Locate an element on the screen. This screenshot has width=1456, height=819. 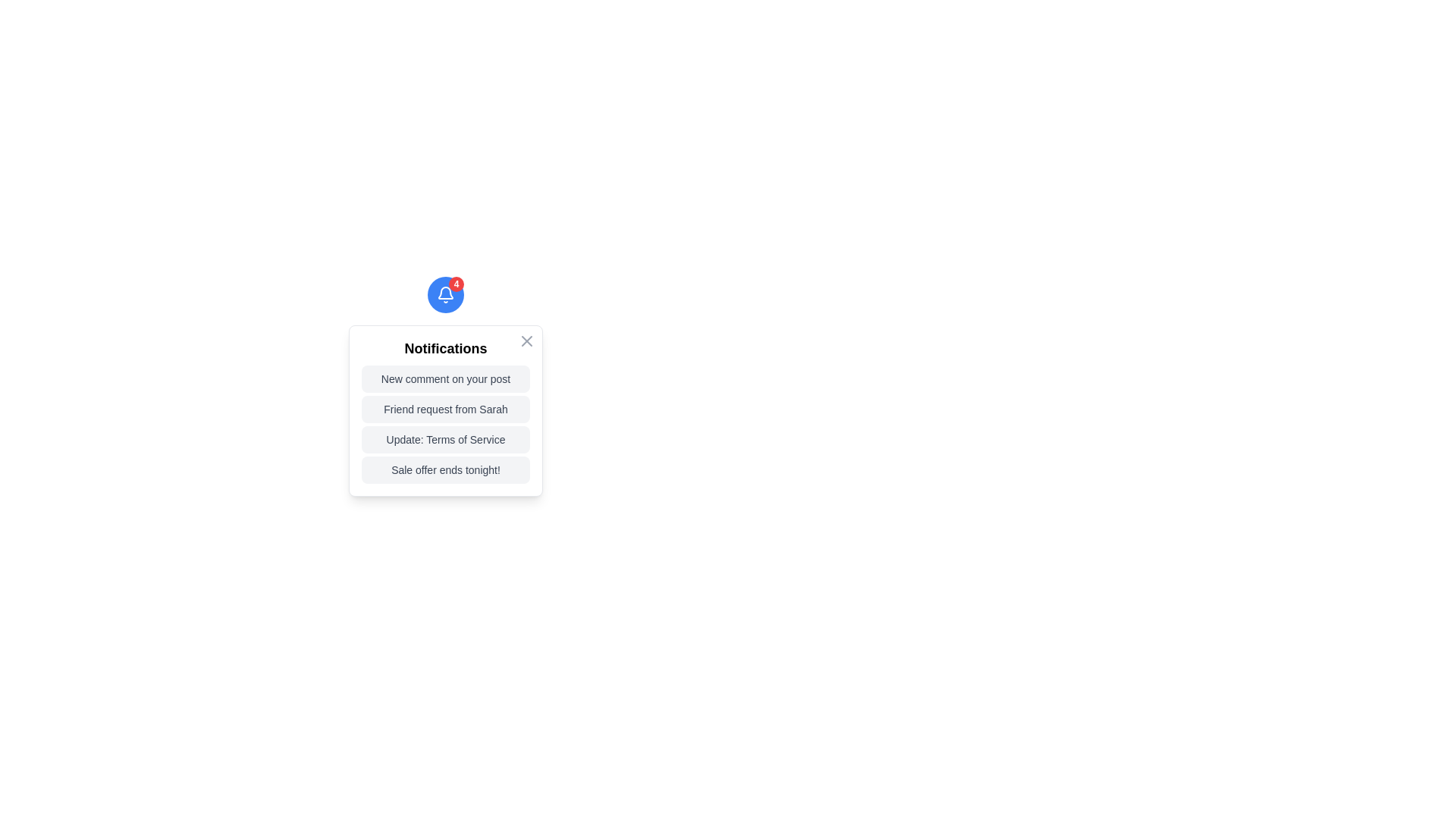
text from the notification item that displays 'Sale offer ends tonight!' located in the notification popup, positioned as the fourth item in a vertical list of notifications is located at coordinates (445, 469).